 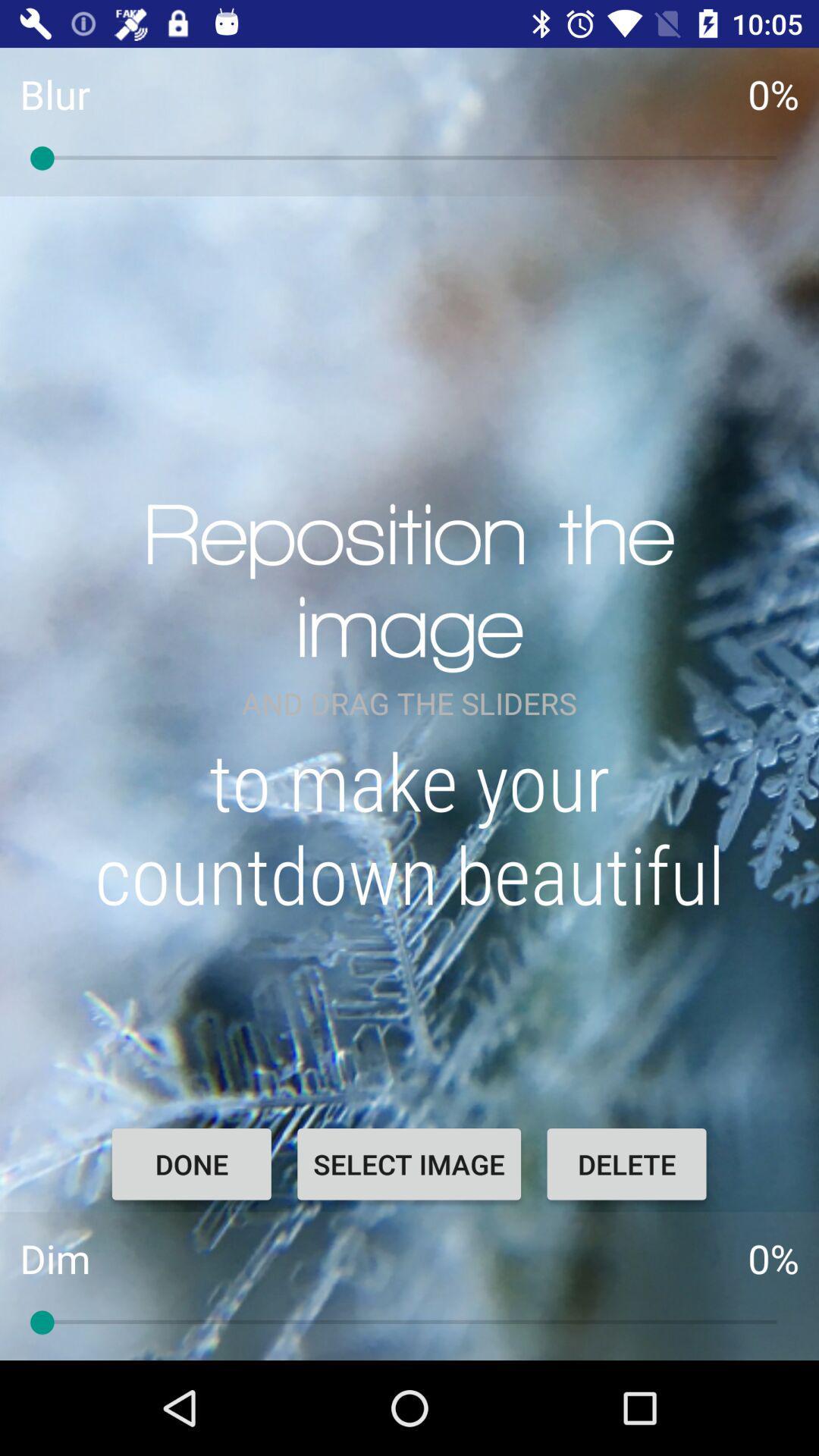 What do you see at coordinates (408, 1163) in the screenshot?
I see `select image` at bounding box center [408, 1163].